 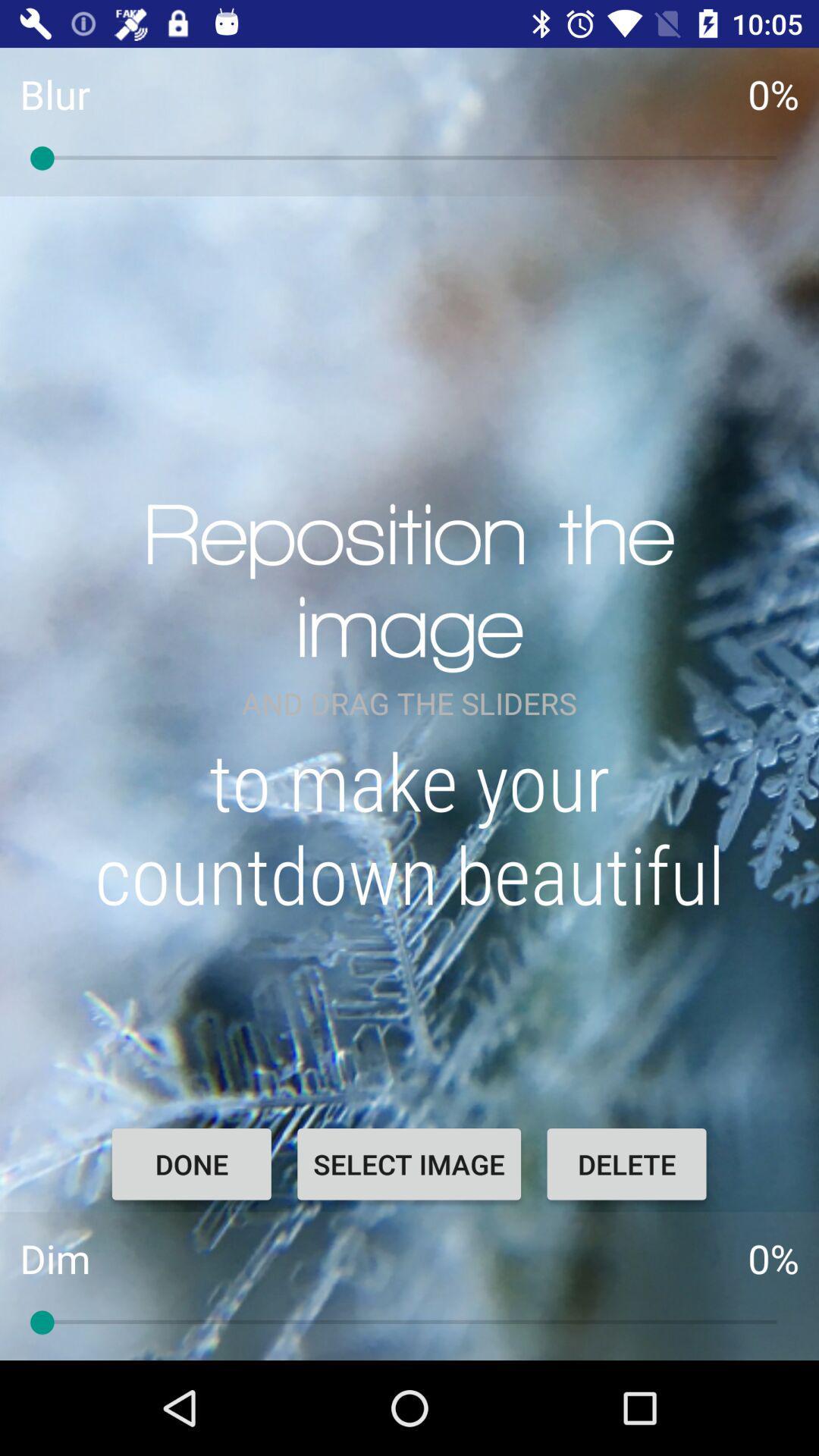 What do you see at coordinates (408, 1163) in the screenshot?
I see `select image` at bounding box center [408, 1163].